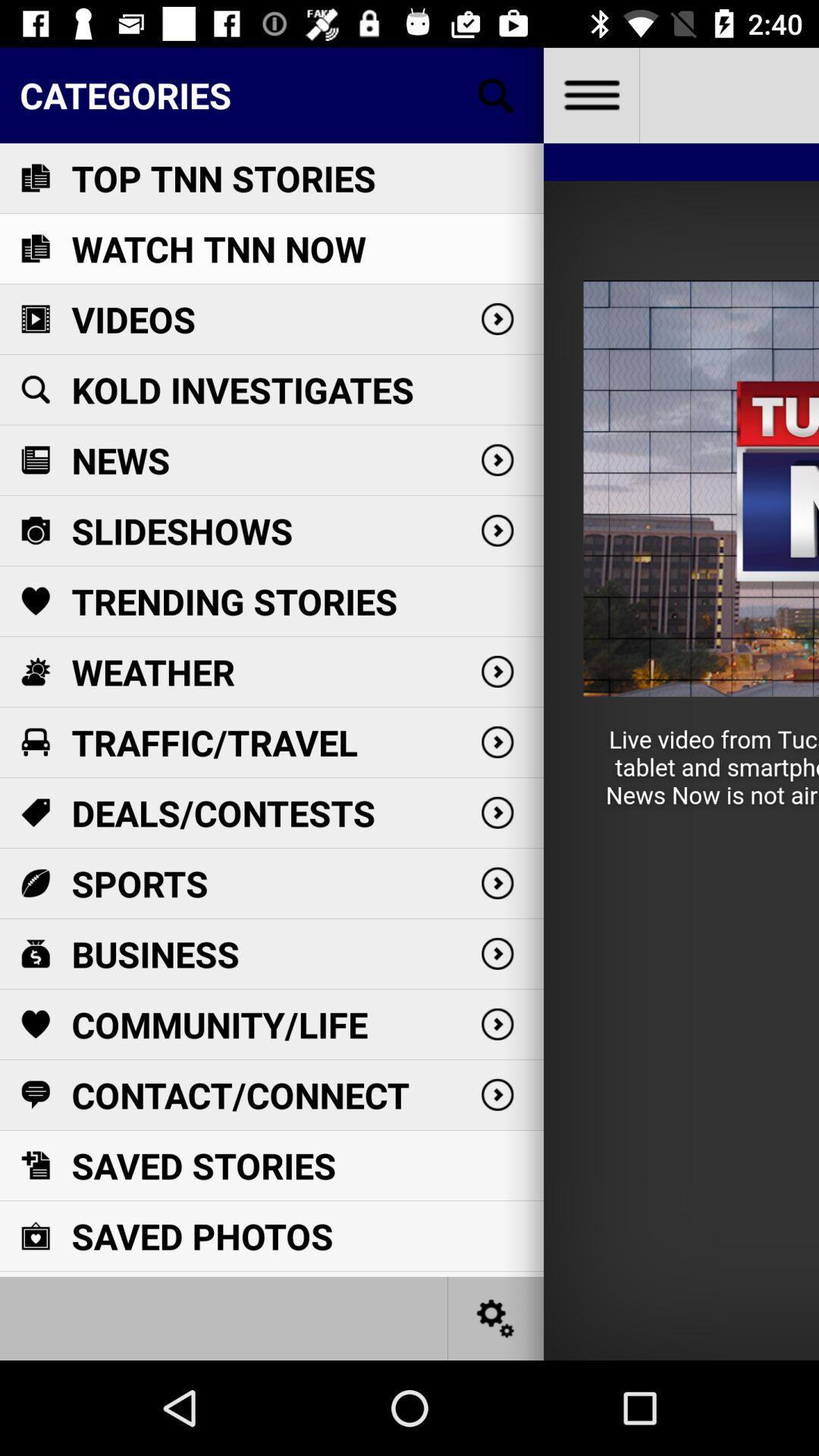 The height and width of the screenshot is (1456, 819). Describe the element at coordinates (34, 742) in the screenshot. I see `the icon below the weather` at that location.